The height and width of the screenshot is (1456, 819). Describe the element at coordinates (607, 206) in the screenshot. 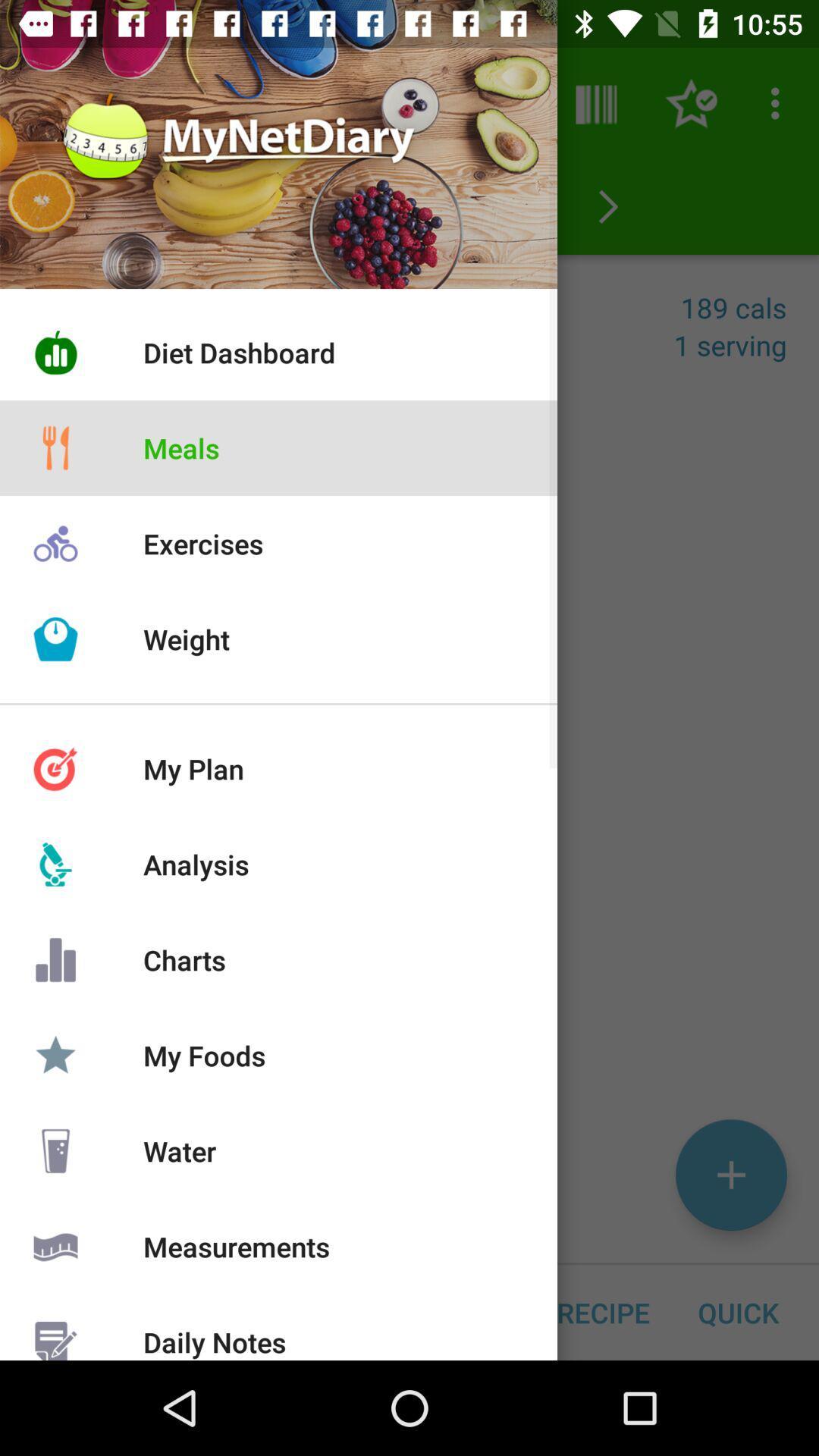

I see `the arrow_forward icon` at that location.